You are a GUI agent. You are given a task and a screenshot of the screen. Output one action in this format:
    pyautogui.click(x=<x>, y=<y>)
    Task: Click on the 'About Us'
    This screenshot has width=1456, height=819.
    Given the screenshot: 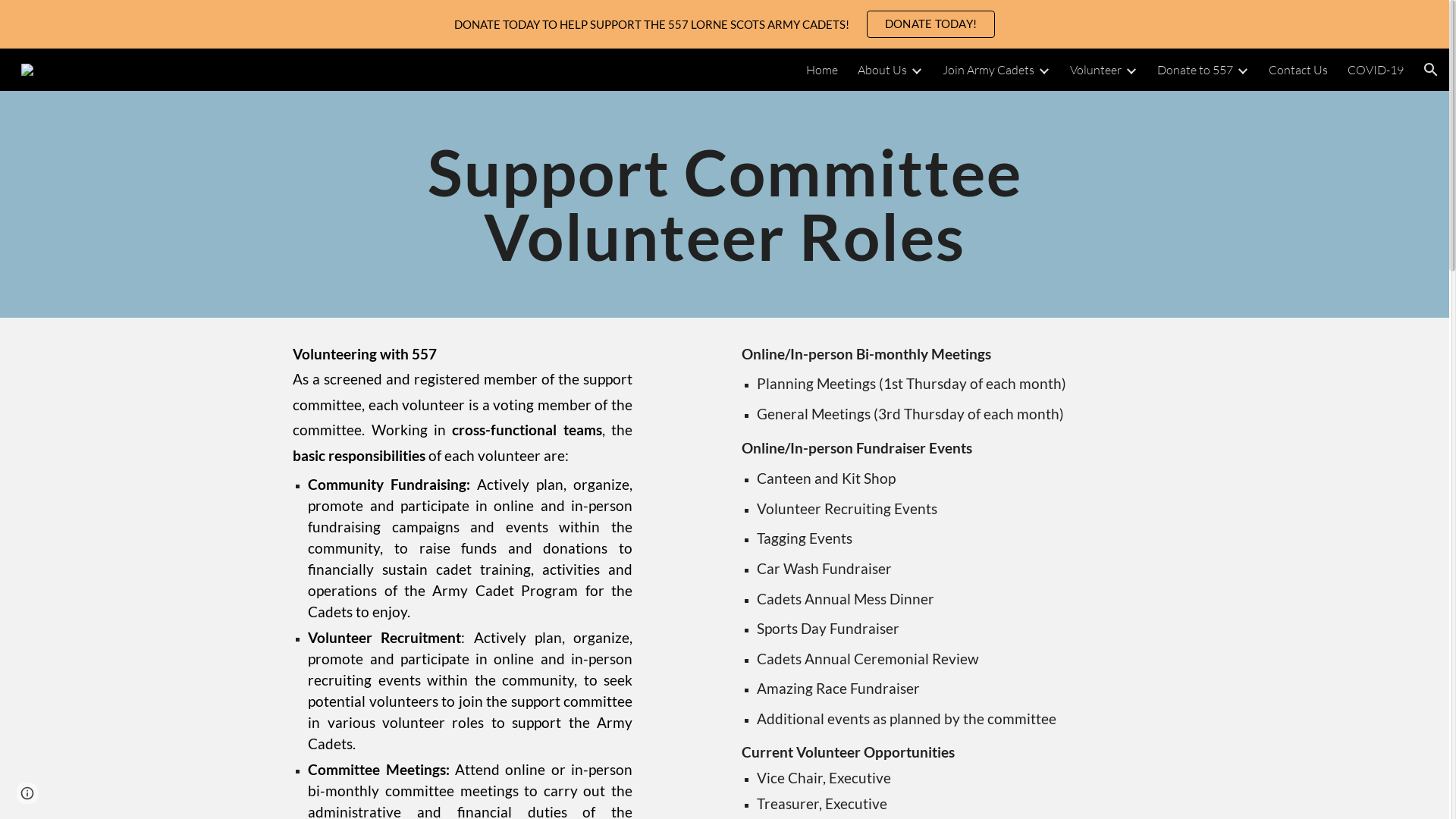 What is the action you would take?
    pyautogui.click(x=882, y=70)
    